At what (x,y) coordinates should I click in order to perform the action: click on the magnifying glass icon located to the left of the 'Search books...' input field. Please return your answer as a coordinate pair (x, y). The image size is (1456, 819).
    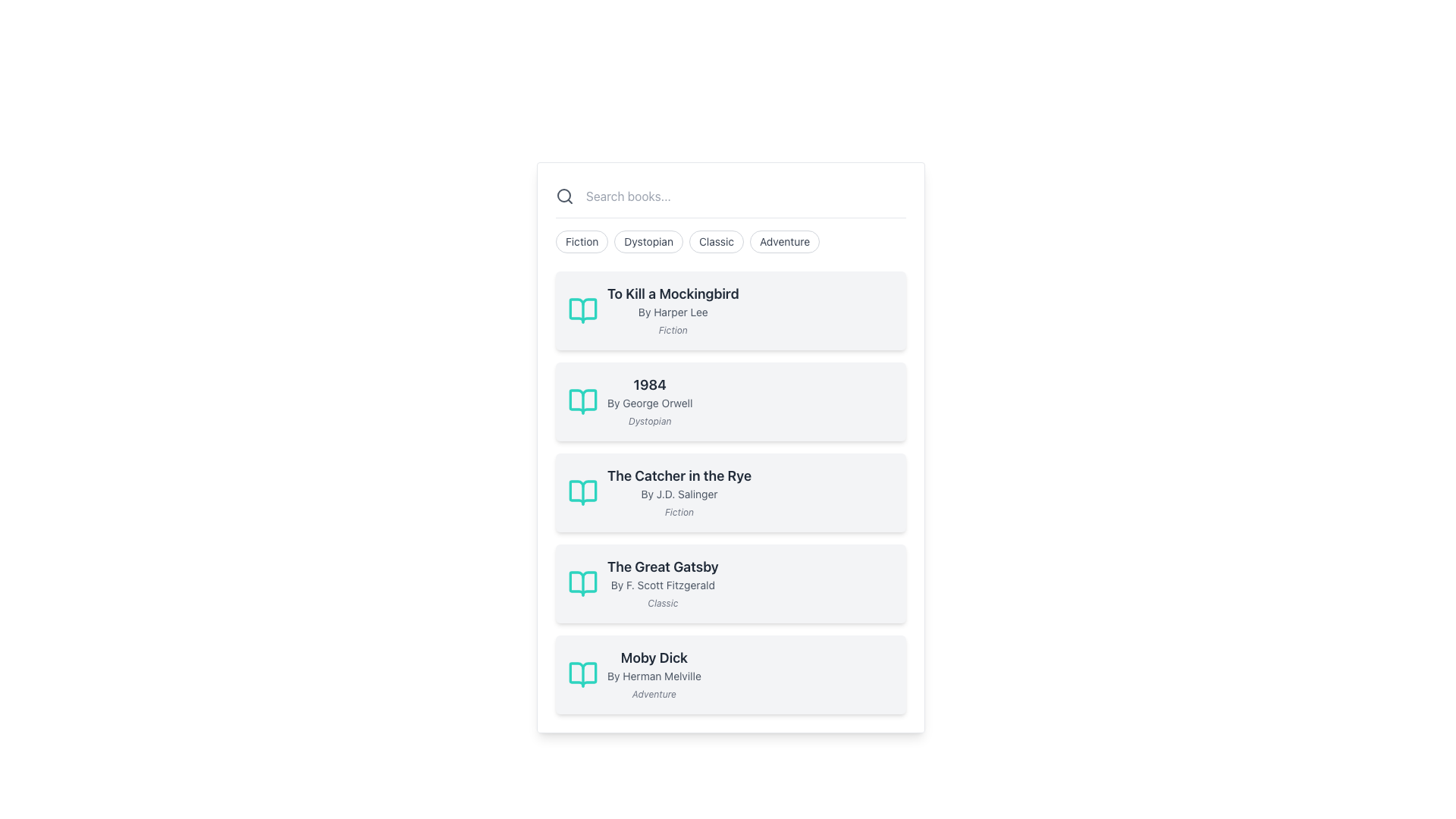
    Looking at the image, I should click on (563, 195).